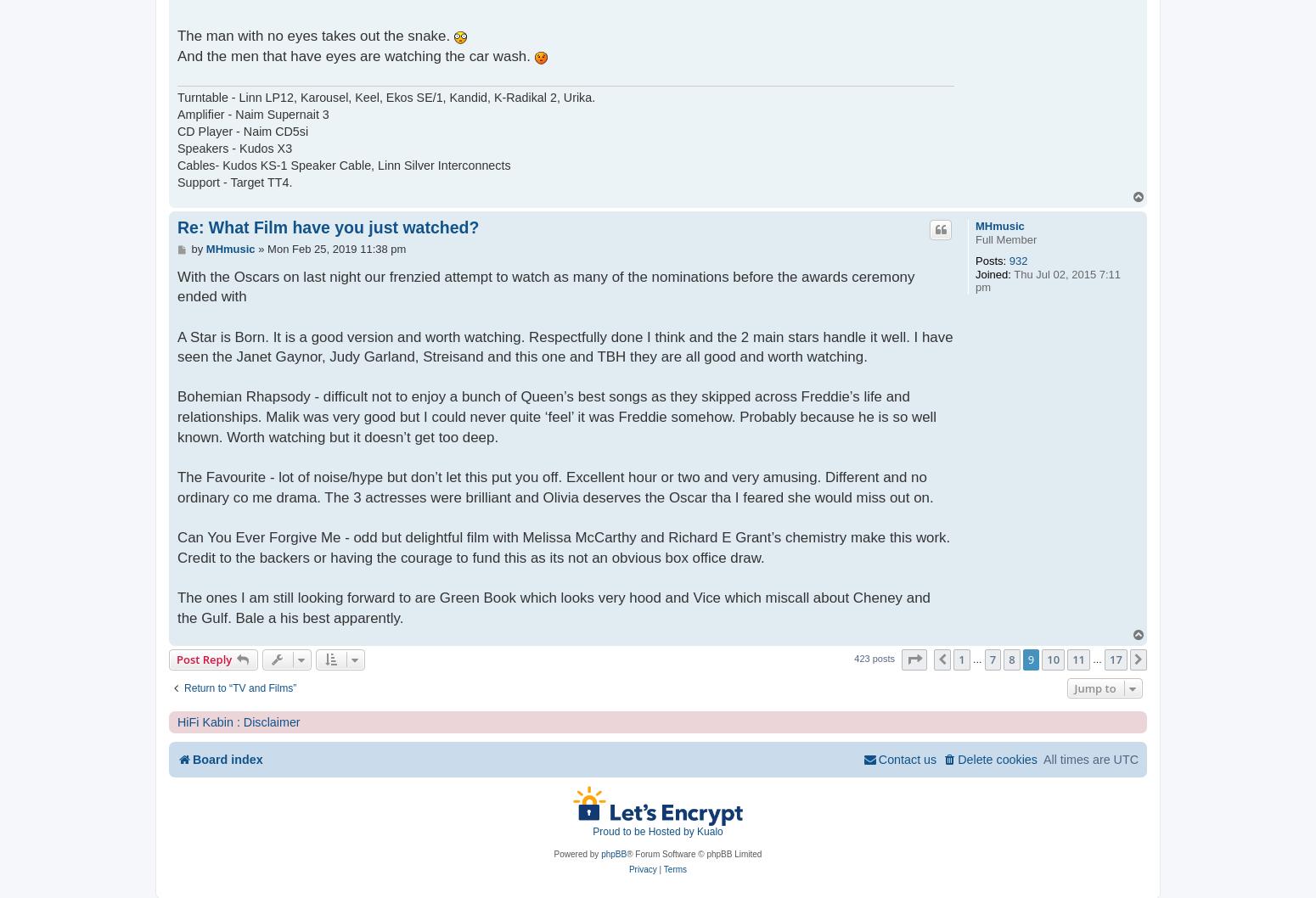 The image size is (1316, 898). What do you see at coordinates (1077, 659) in the screenshot?
I see `'11'` at bounding box center [1077, 659].